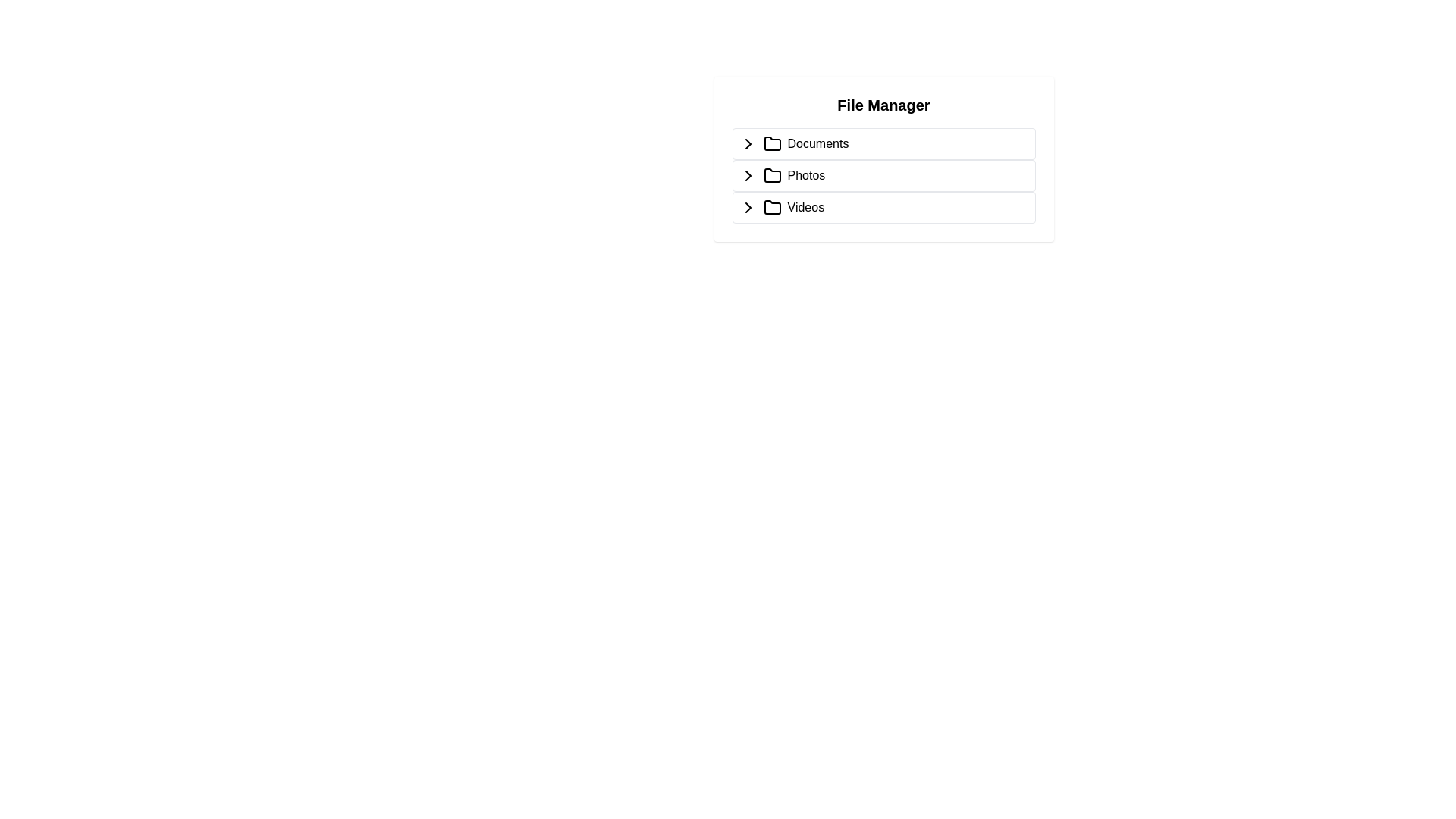 The width and height of the screenshot is (1456, 819). Describe the element at coordinates (772, 174) in the screenshot. I see `the folder icon representing the 'Photos' directory in the file manager, which is the second icon from the top and located directly to the left of the 'Photos' label` at that location.